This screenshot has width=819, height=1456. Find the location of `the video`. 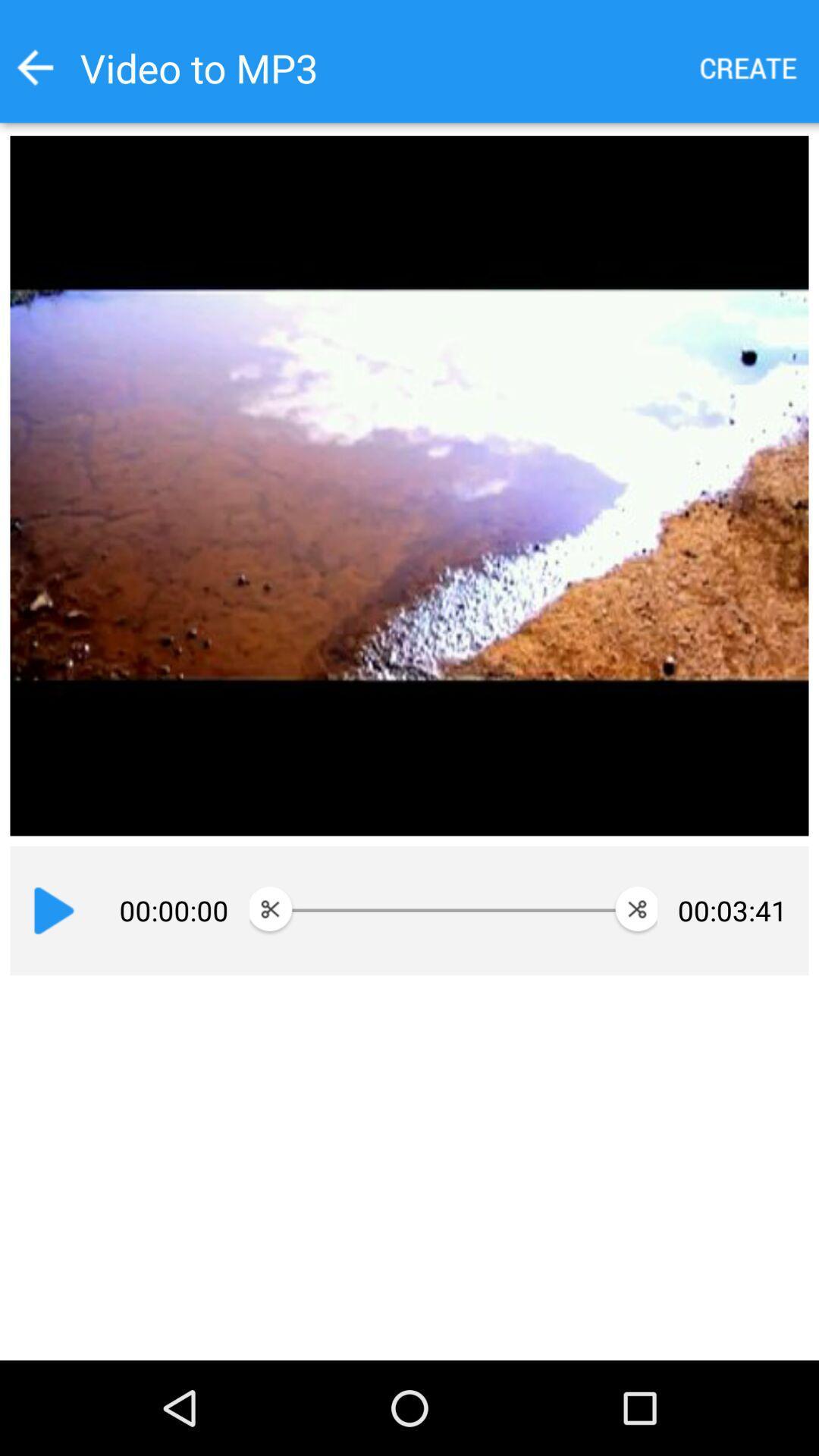

the video is located at coordinates (53, 910).